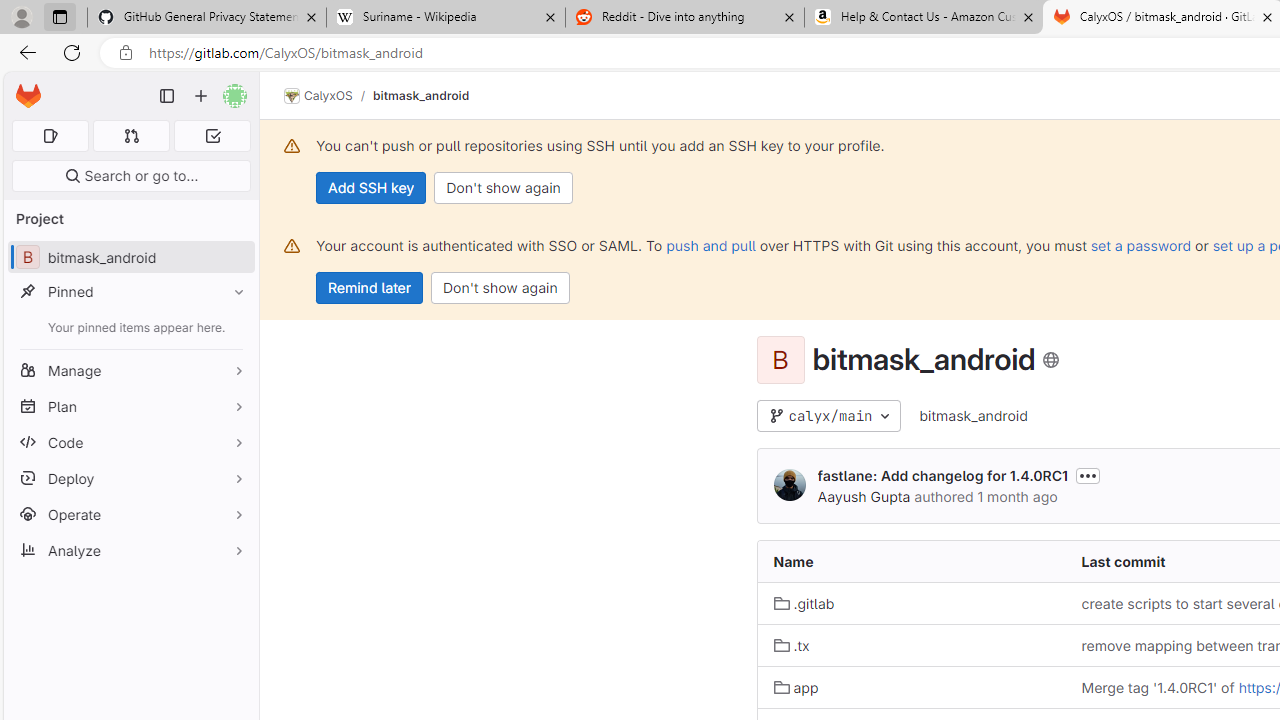 This screenshot has width=1280, height=720. What do you see at coordinates (973, 414) in the screenshot?
I see `'bitmask_android'` at bounding box center [973, 414].